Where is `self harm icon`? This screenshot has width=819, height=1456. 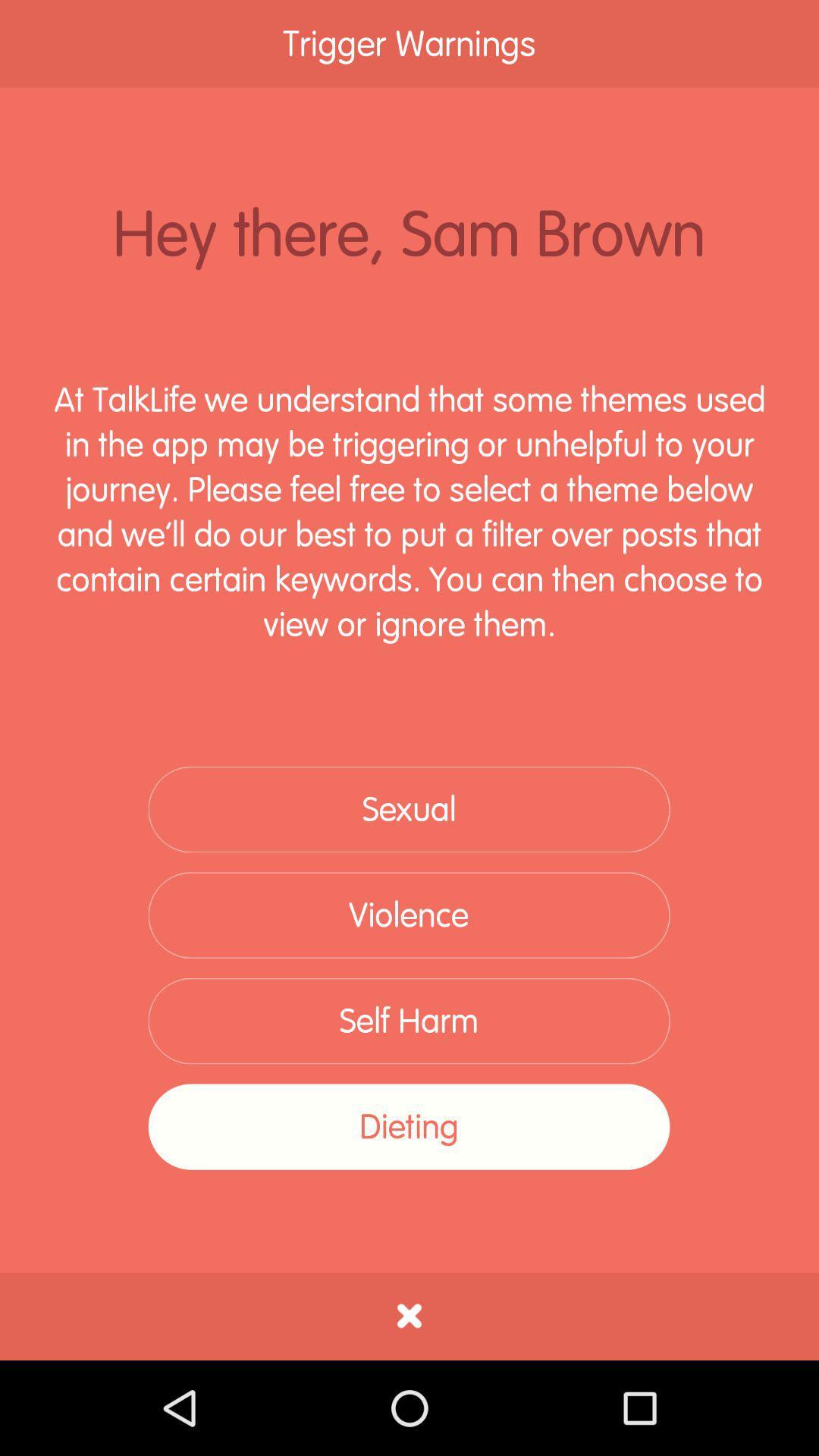
self harm icon is located at coordinates (408, 1021).